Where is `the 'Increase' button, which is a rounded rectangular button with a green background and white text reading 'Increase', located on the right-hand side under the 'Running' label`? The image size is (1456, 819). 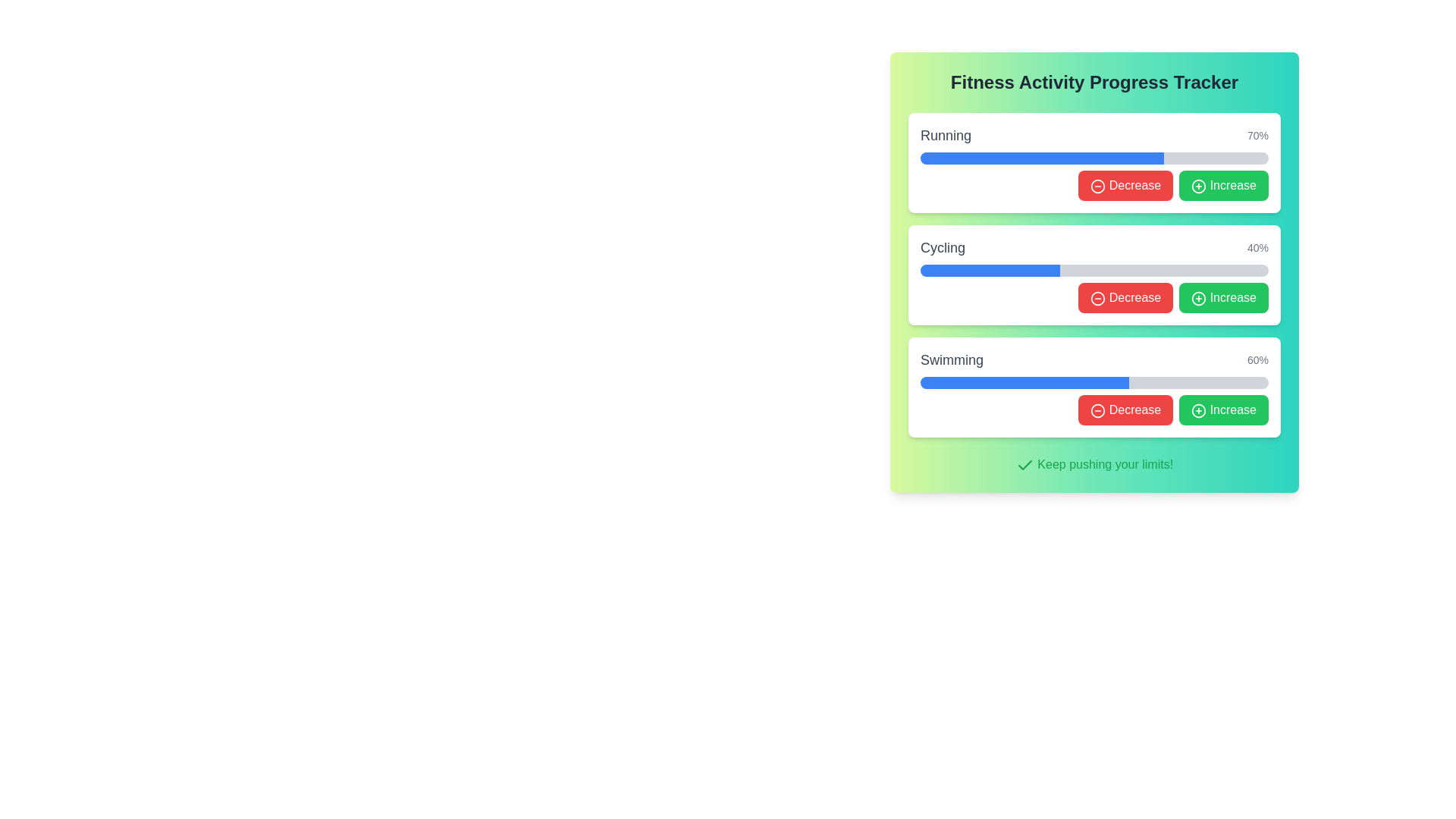
the 'Increase' button, which is a rounded rectangular button with a green background and white text reading 'Increase', located on the right-hand side under the 'Running' label is located at coordinates (1224, 185).